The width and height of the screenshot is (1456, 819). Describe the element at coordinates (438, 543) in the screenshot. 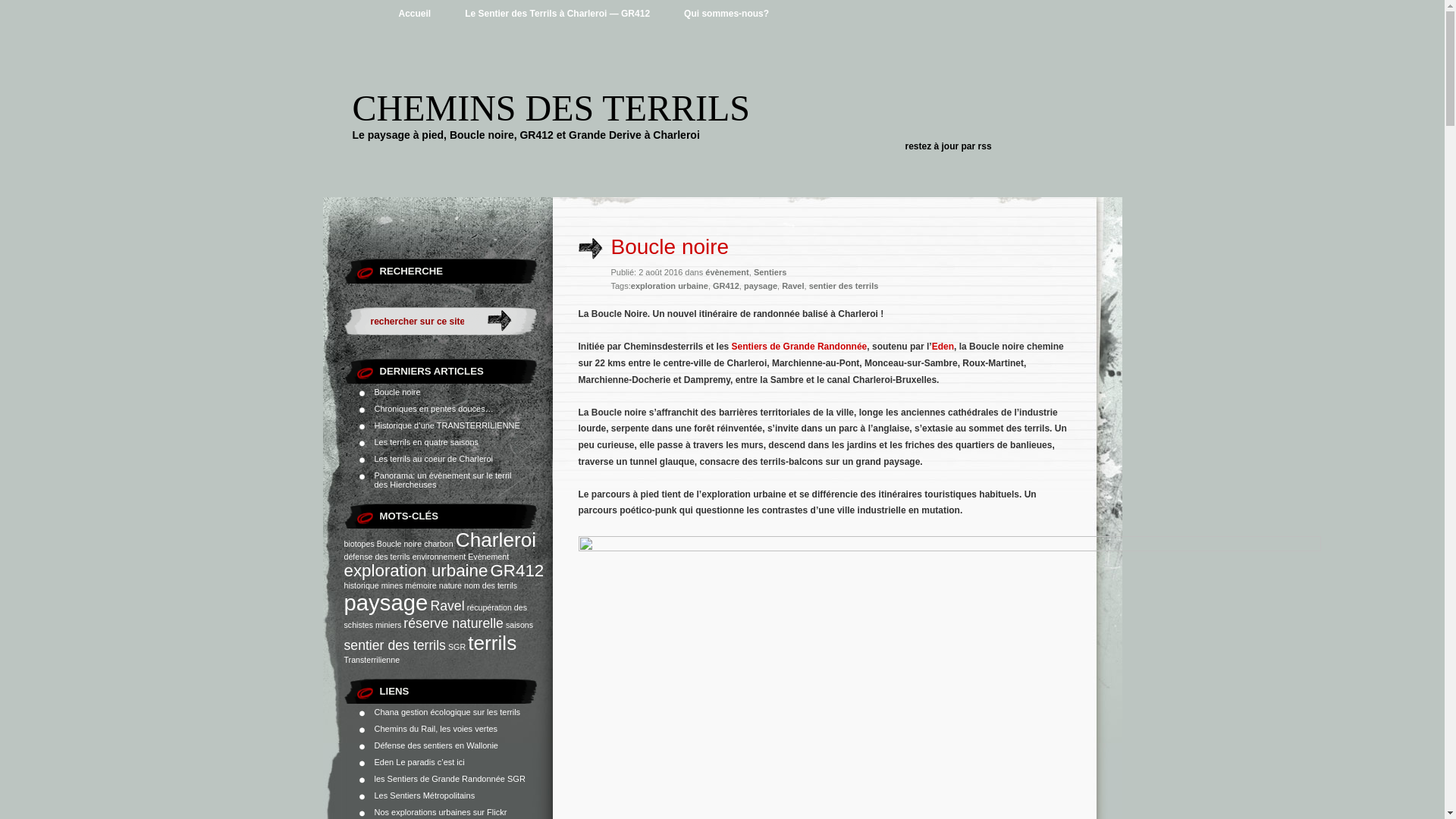

I see `'charbon'` at that location.